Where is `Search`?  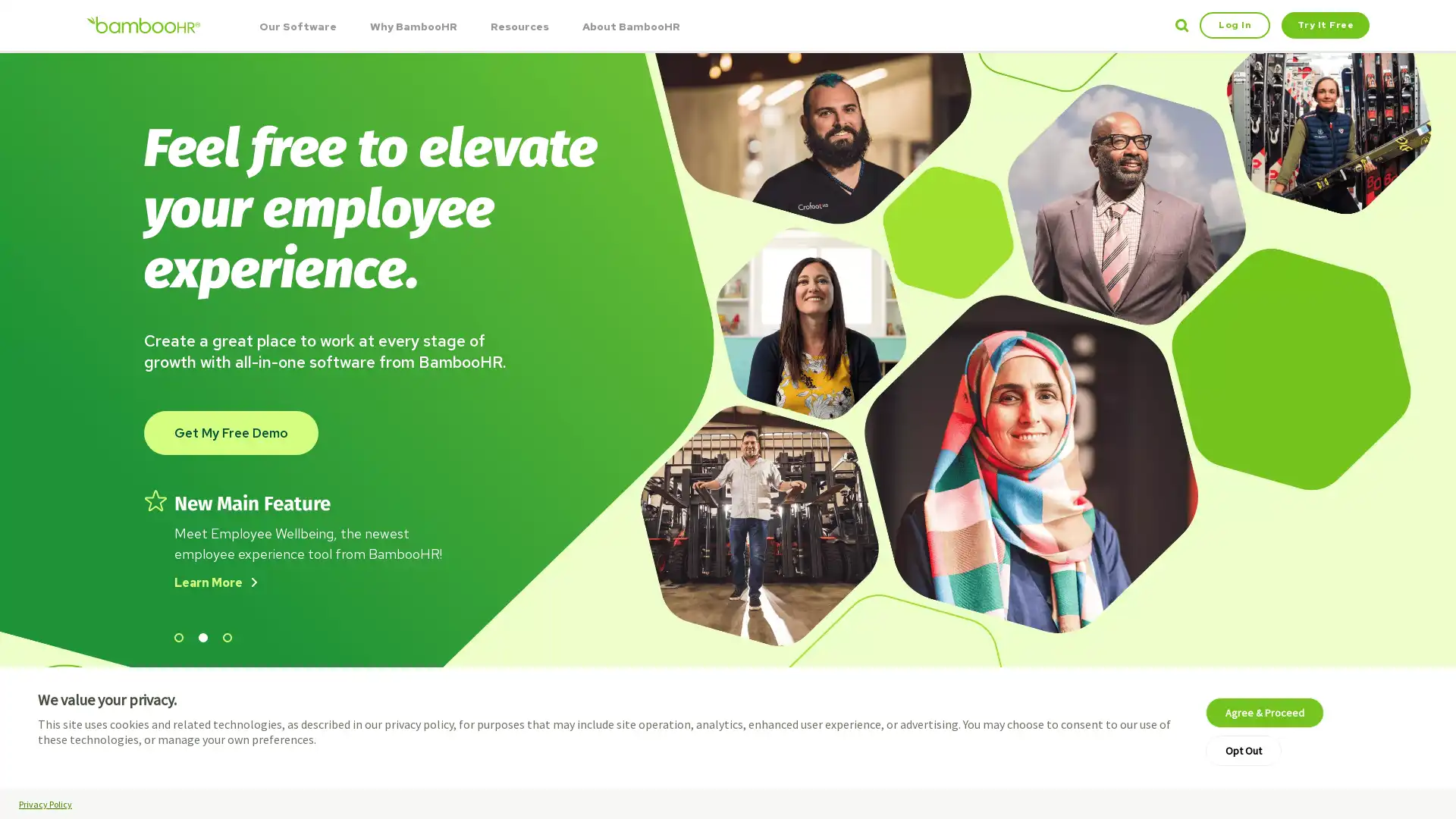
Search is located at coordinates (1181, 25).